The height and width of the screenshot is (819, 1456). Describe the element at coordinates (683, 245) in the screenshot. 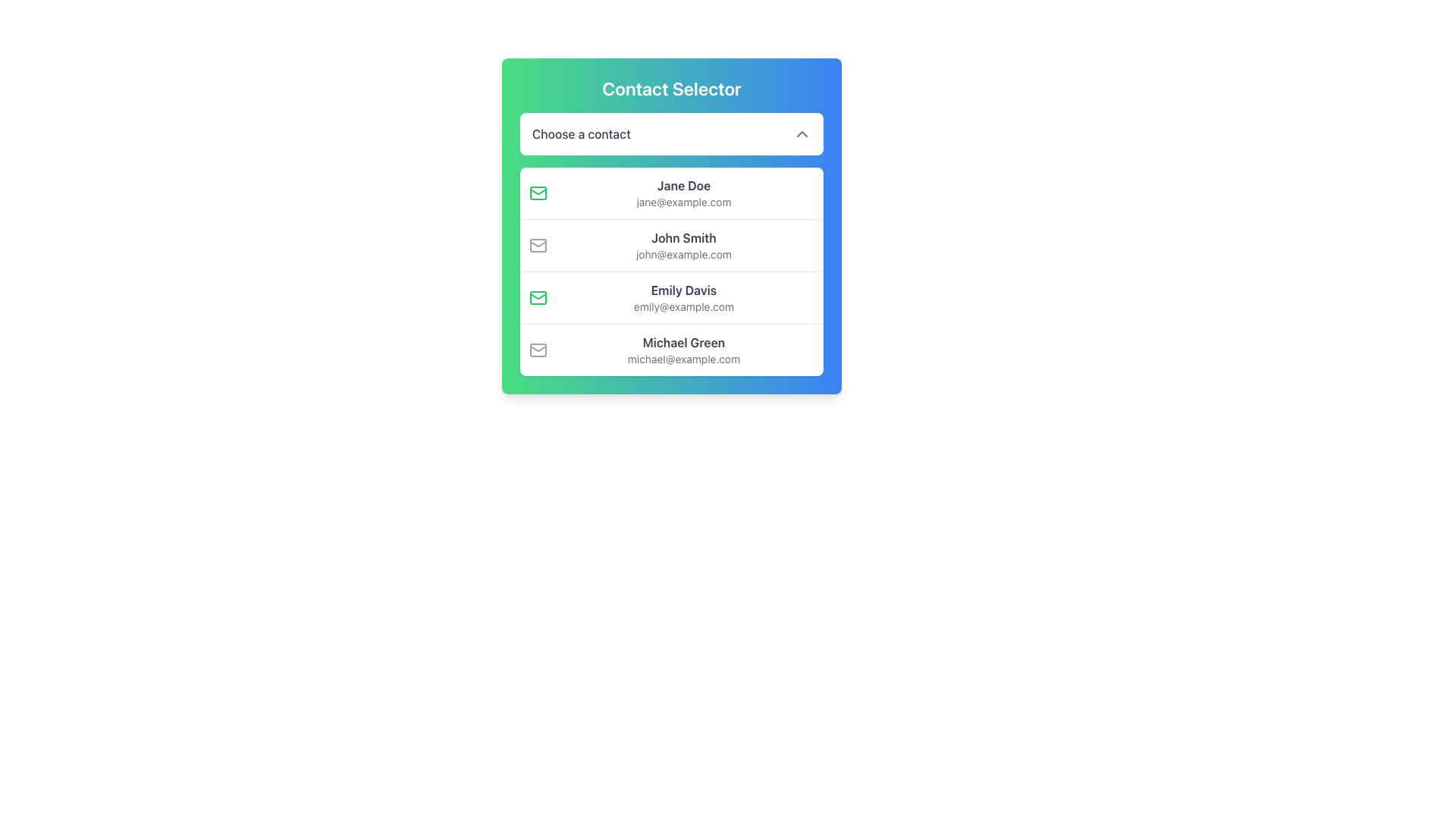

I see `the selectable contact entry displaying the user's name and email address, which is the second item in the 'Contact Selector' list` at that location.